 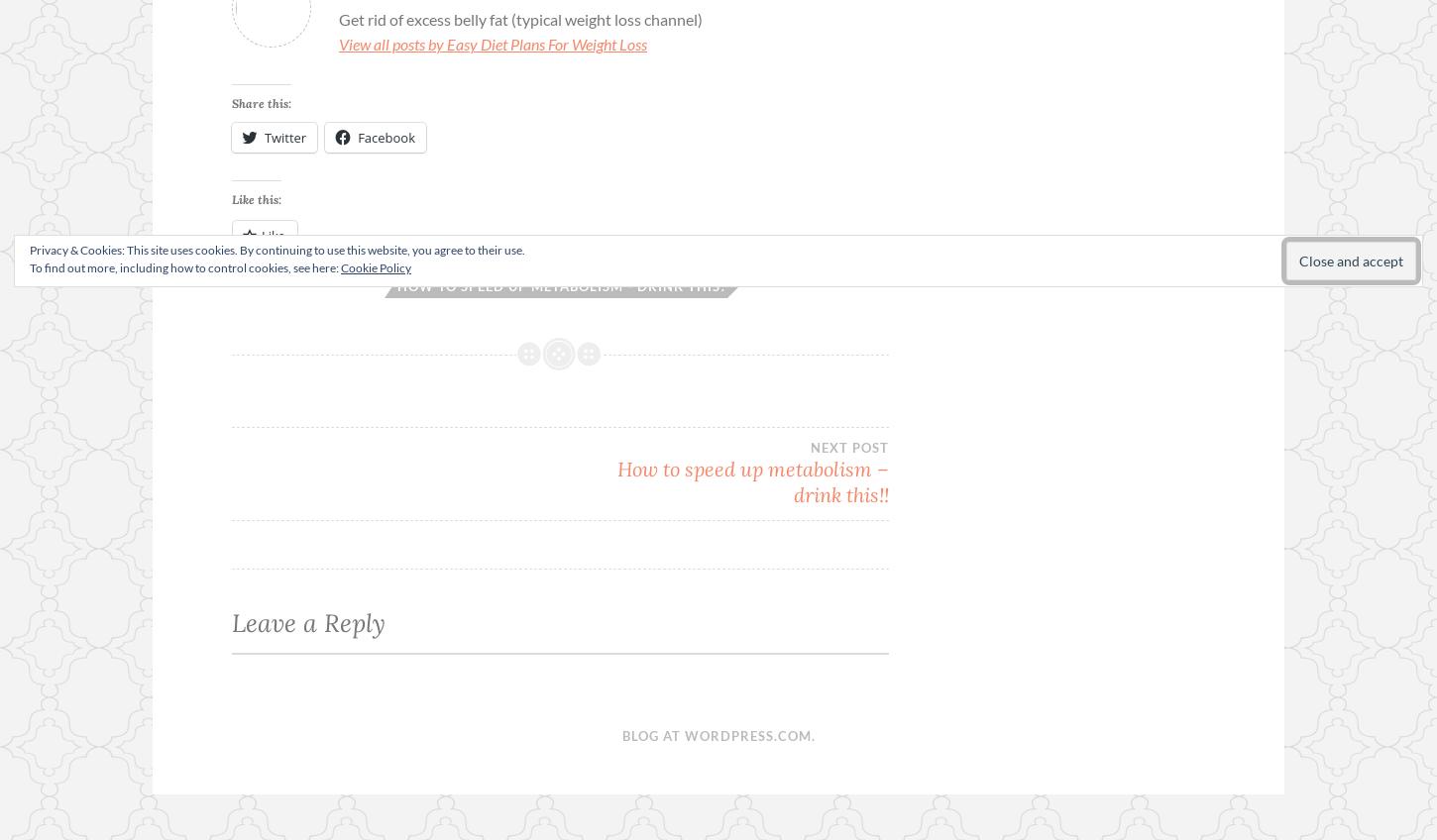 What do you see at coordinates (493, 43) in the screenshot?
I see `'View all posts by Easy Diet Plans For Weight Loss'` at bounding box center [493, 43].